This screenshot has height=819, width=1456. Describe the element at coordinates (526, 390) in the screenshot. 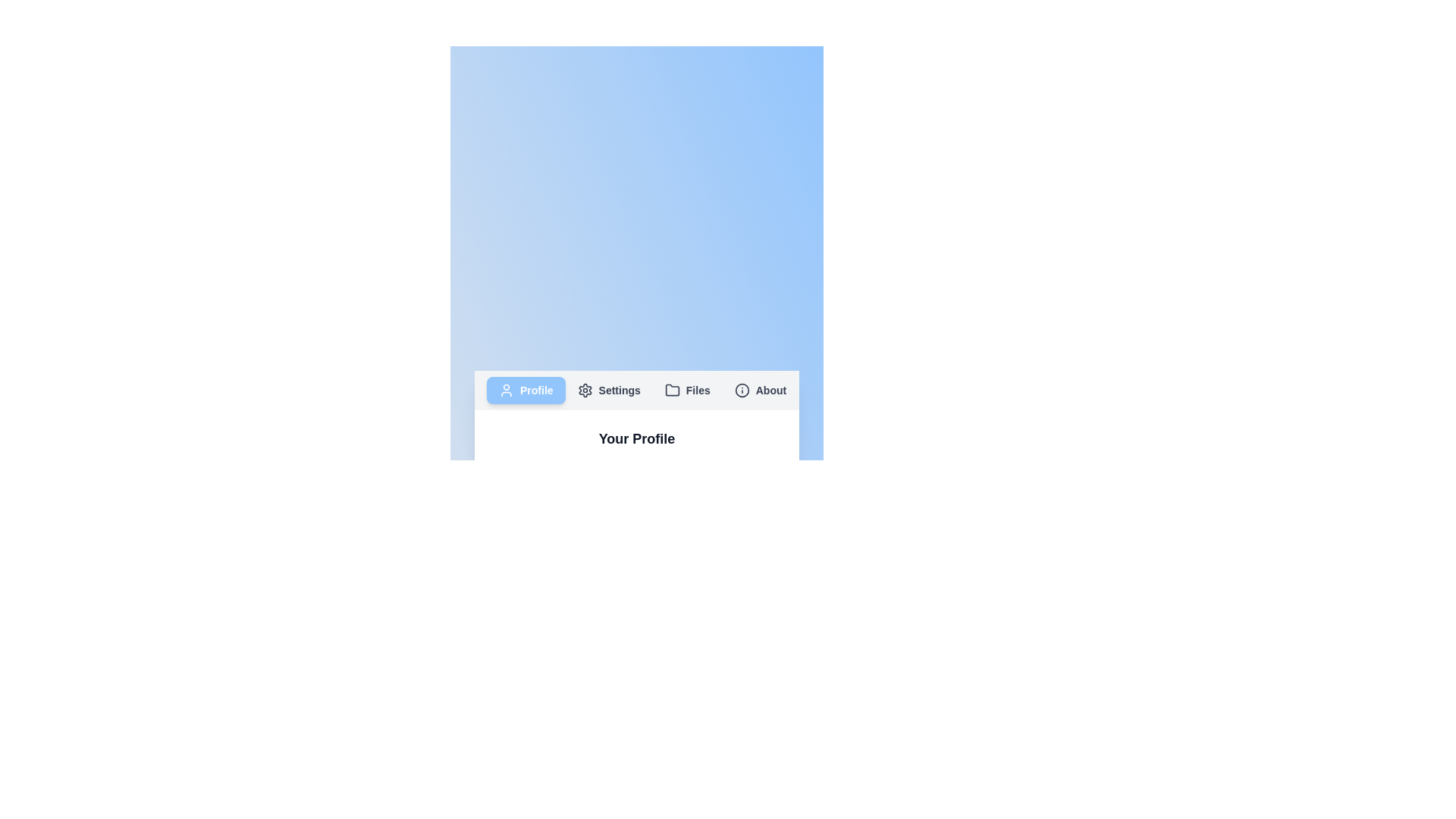

I see `the 'Profile' button` at that location.